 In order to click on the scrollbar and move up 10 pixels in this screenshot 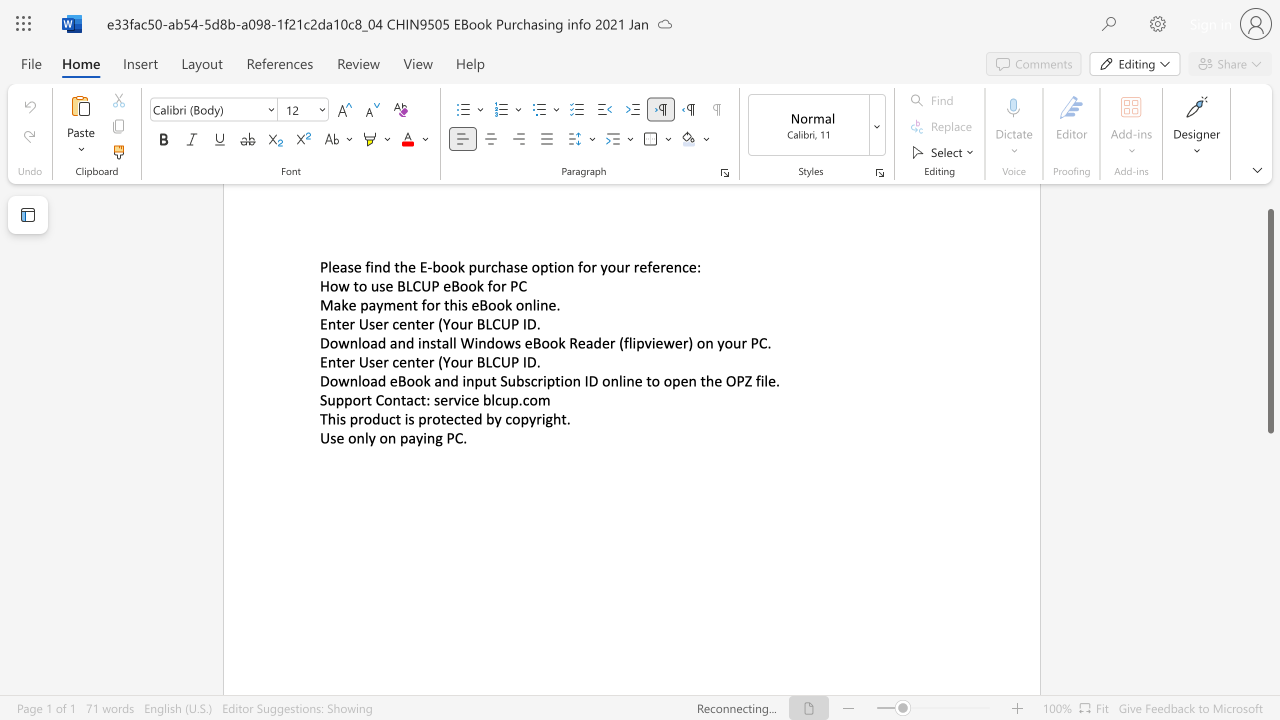, I will do `click(1269, 320)`.